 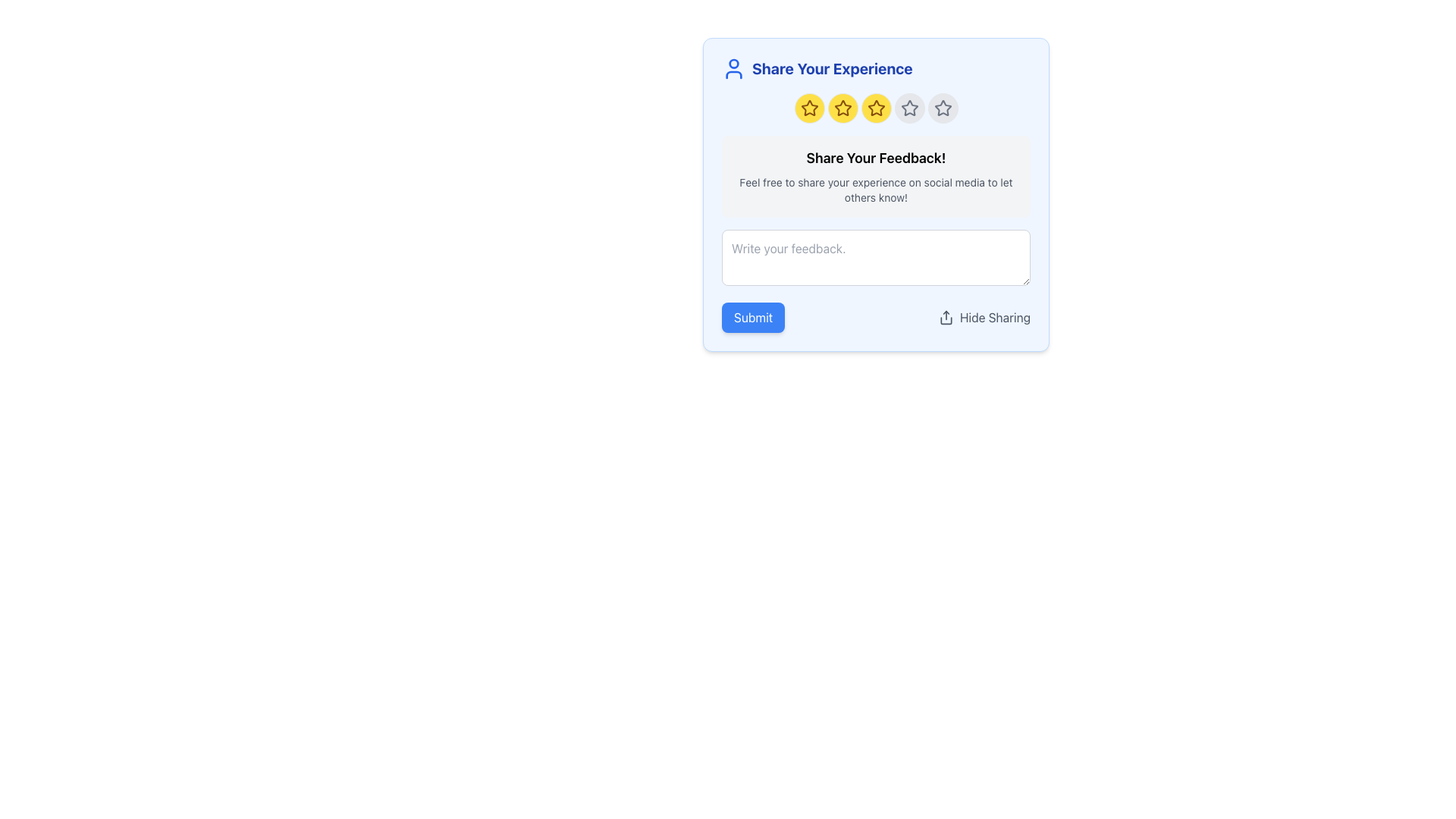 What do you see at coordinates (942, 107) in the screenshot?
I see `the fifth star icon in the rating component` at bounding box center [942, 107].